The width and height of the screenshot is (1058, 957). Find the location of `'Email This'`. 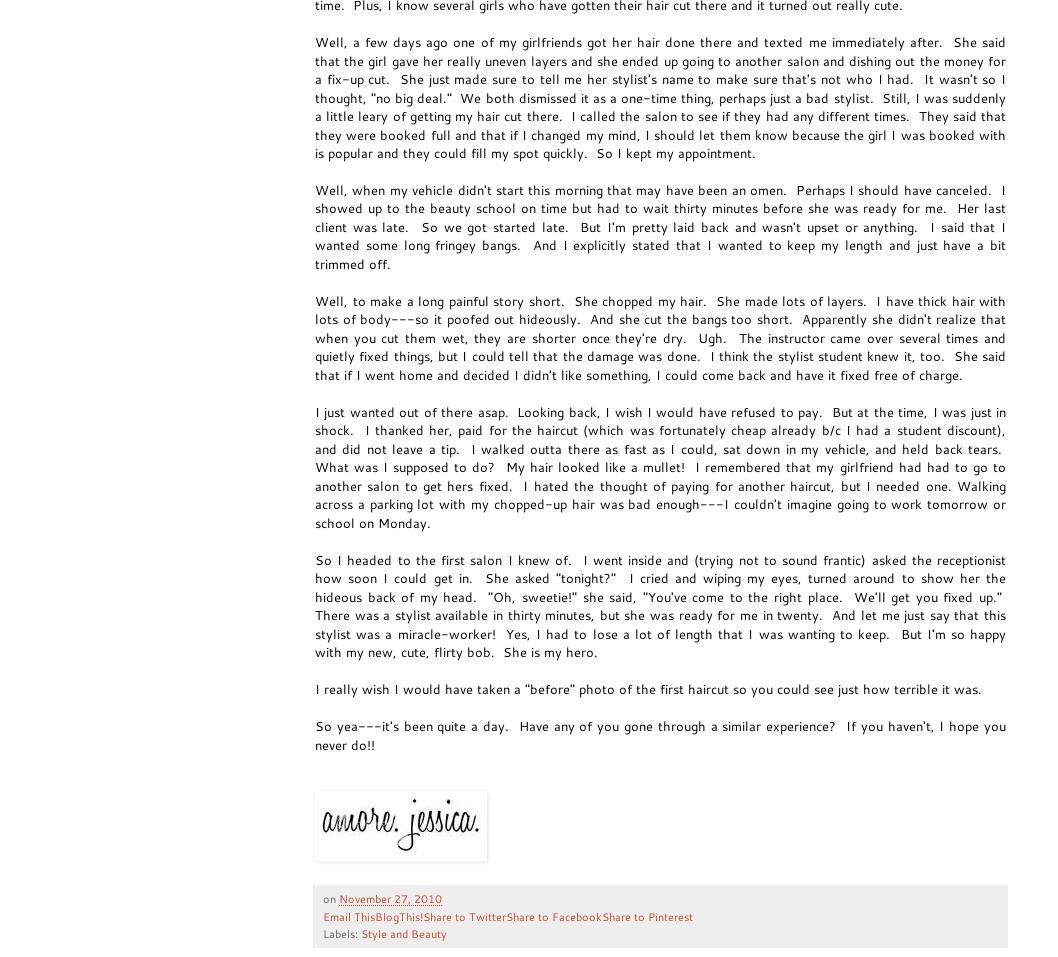

'Email This' is located at coordinates (348, 915).